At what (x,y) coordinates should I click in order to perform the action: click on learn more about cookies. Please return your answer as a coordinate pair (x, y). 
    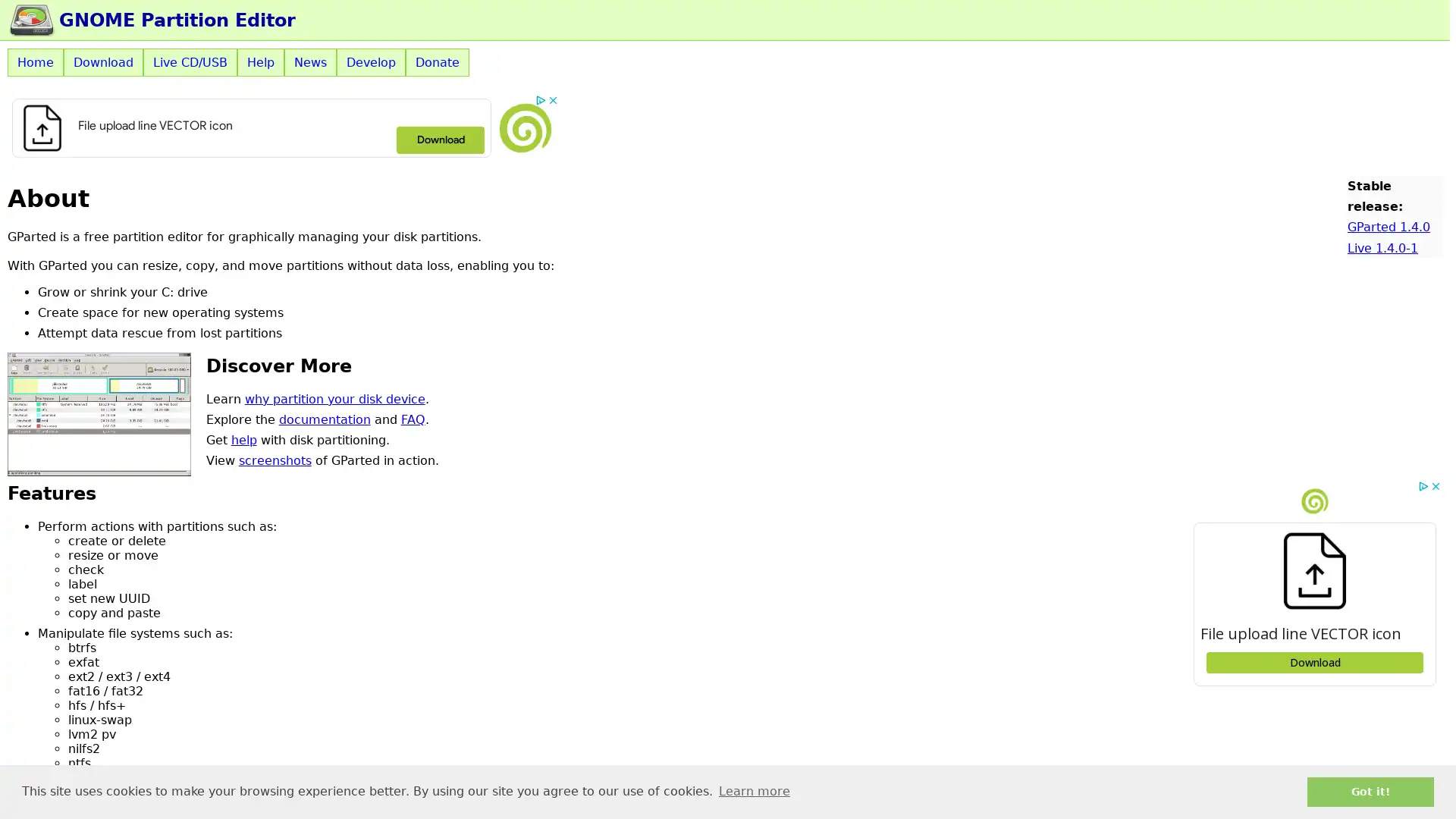
    Looking at the image, I should click on (754, 791).